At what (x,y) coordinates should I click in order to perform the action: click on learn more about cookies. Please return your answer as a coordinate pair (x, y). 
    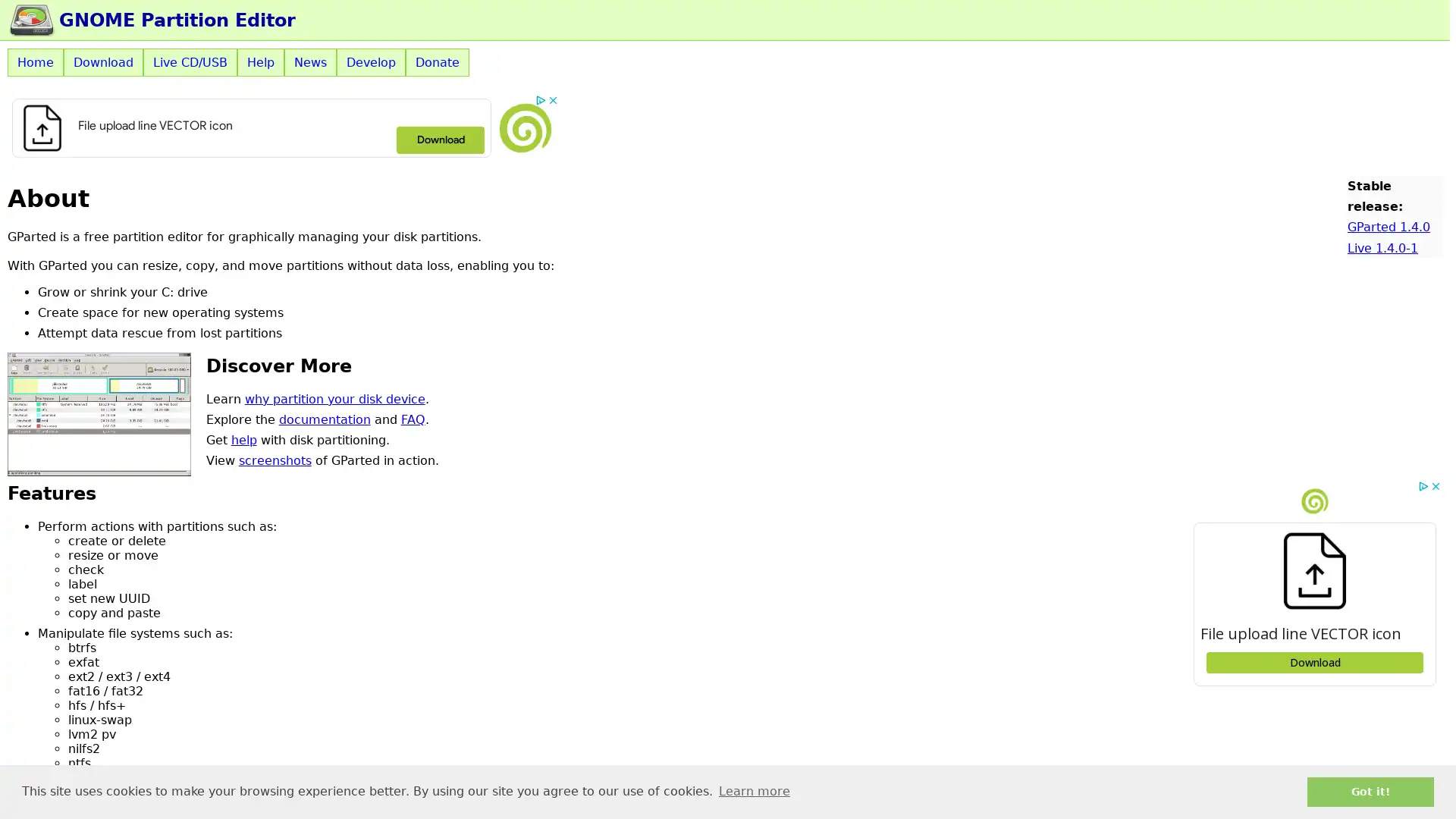
    Looking at the image, I should click on (754, 791).